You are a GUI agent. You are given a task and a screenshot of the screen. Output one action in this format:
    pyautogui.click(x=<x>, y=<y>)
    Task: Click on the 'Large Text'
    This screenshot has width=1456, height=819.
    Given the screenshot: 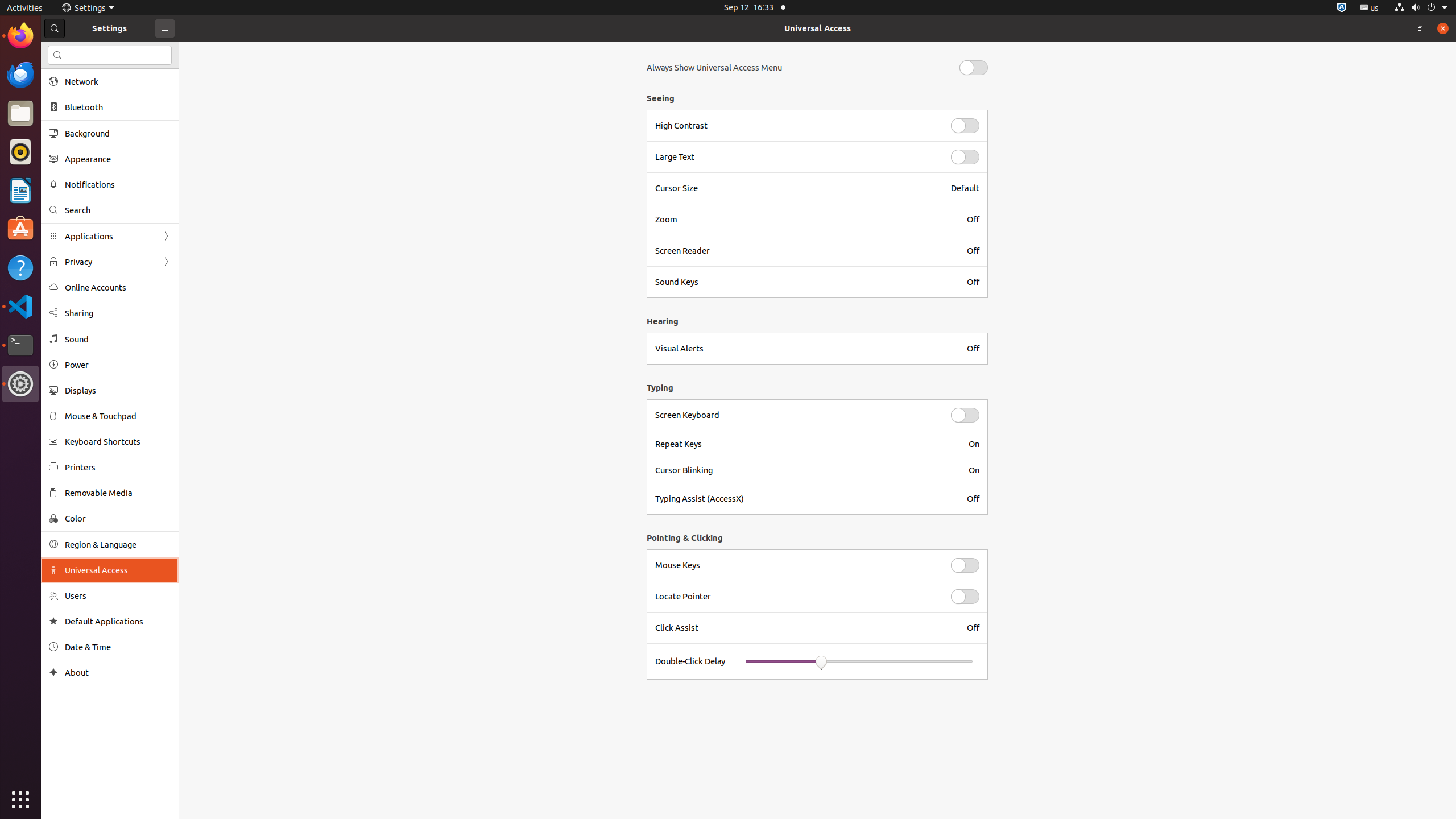 What is the action you would take?
    pyautogui.click(x=796, y=156)
    